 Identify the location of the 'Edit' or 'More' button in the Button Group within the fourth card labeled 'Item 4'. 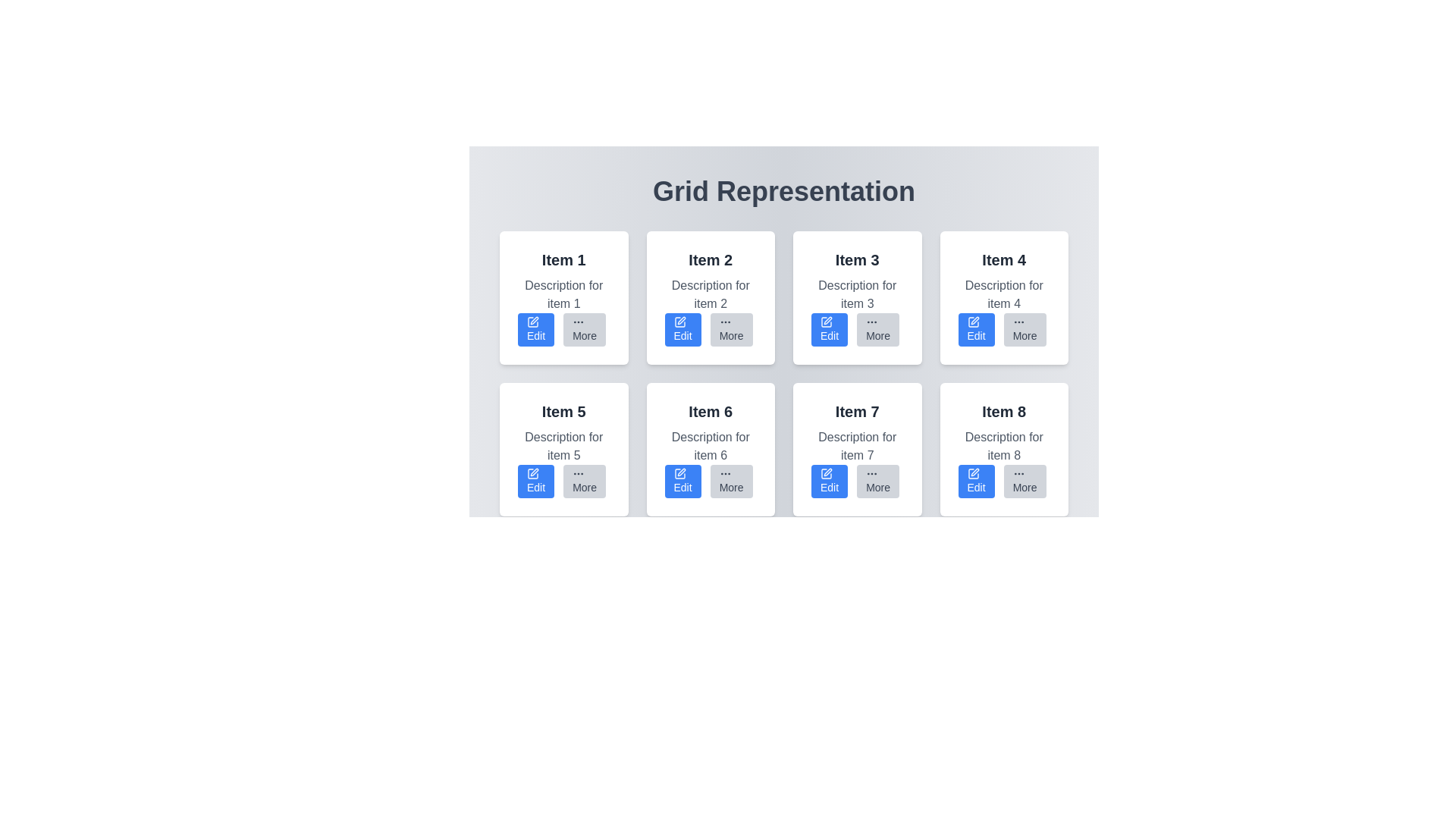
(1004, 329).